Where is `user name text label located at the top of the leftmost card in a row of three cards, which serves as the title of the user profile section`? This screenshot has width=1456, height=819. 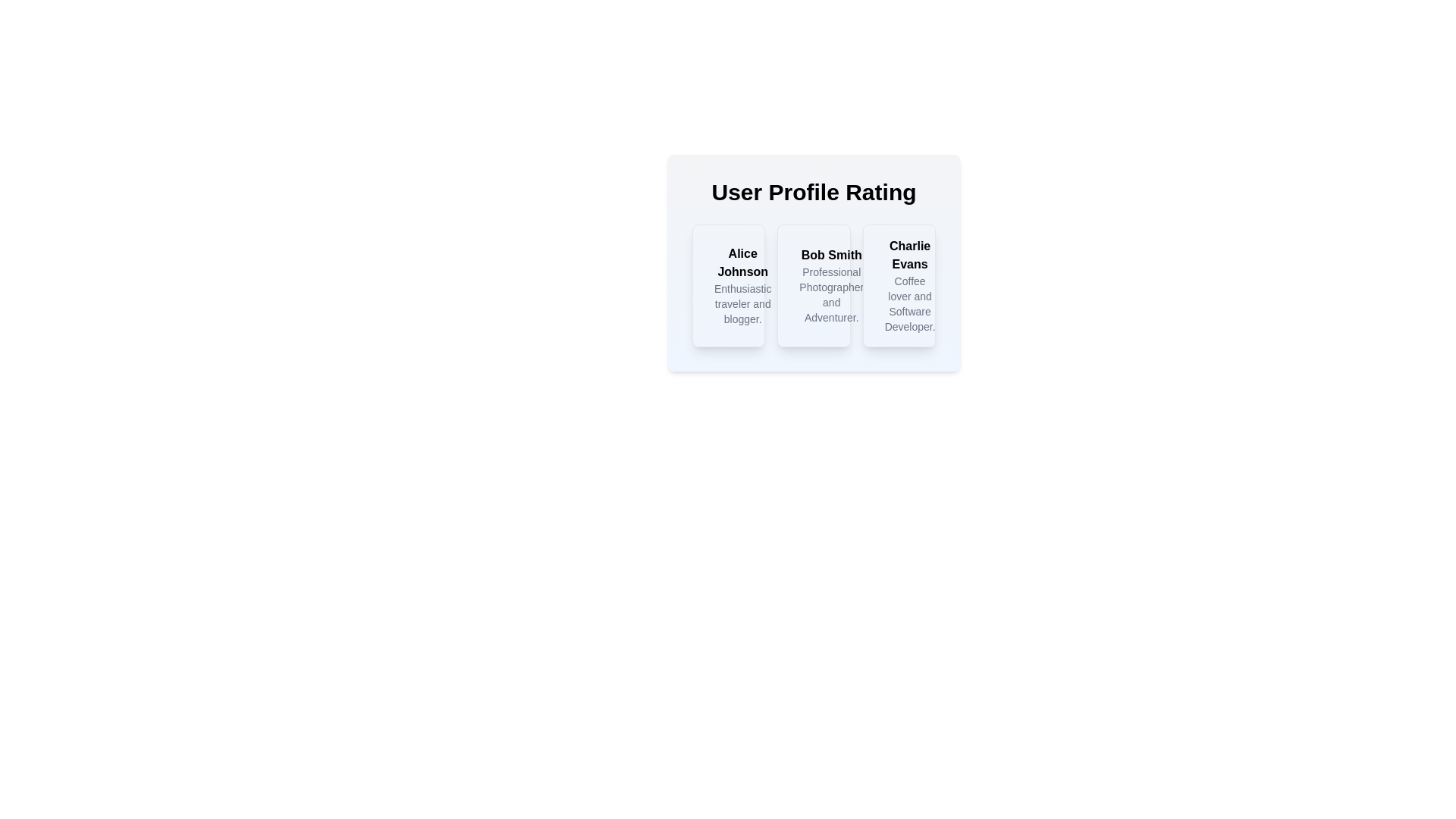
user name text label located at the top of the leftmost card in a row of three cards, which serves as the title of the user profile section is located at coordinates (742, 262).